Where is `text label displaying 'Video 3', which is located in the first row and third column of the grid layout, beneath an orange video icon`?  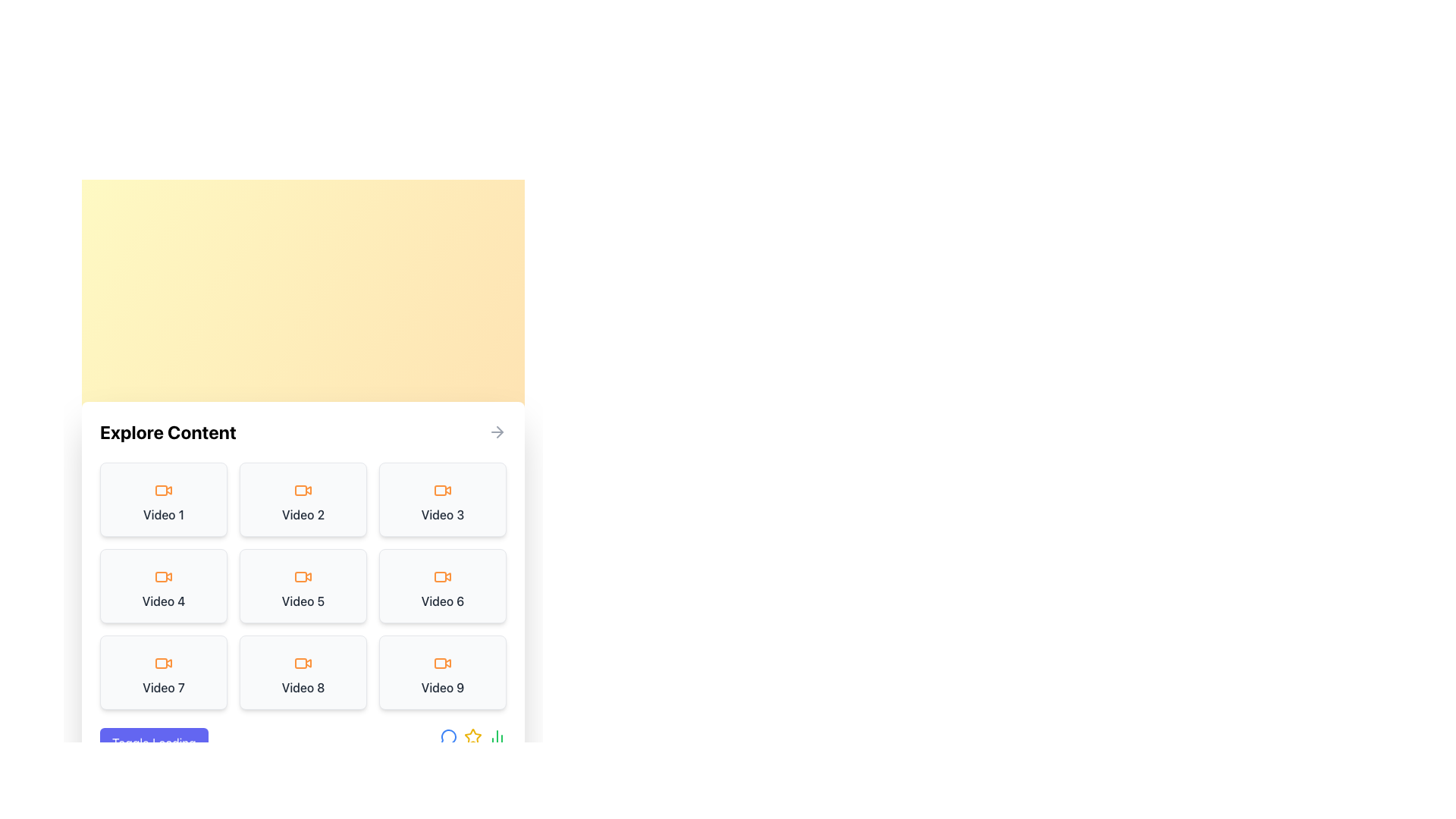
text label displaying 'Video 3', which is located in the first row and third column of the grid layout, beneath an orange video icon is located at coordinates (442, 513).